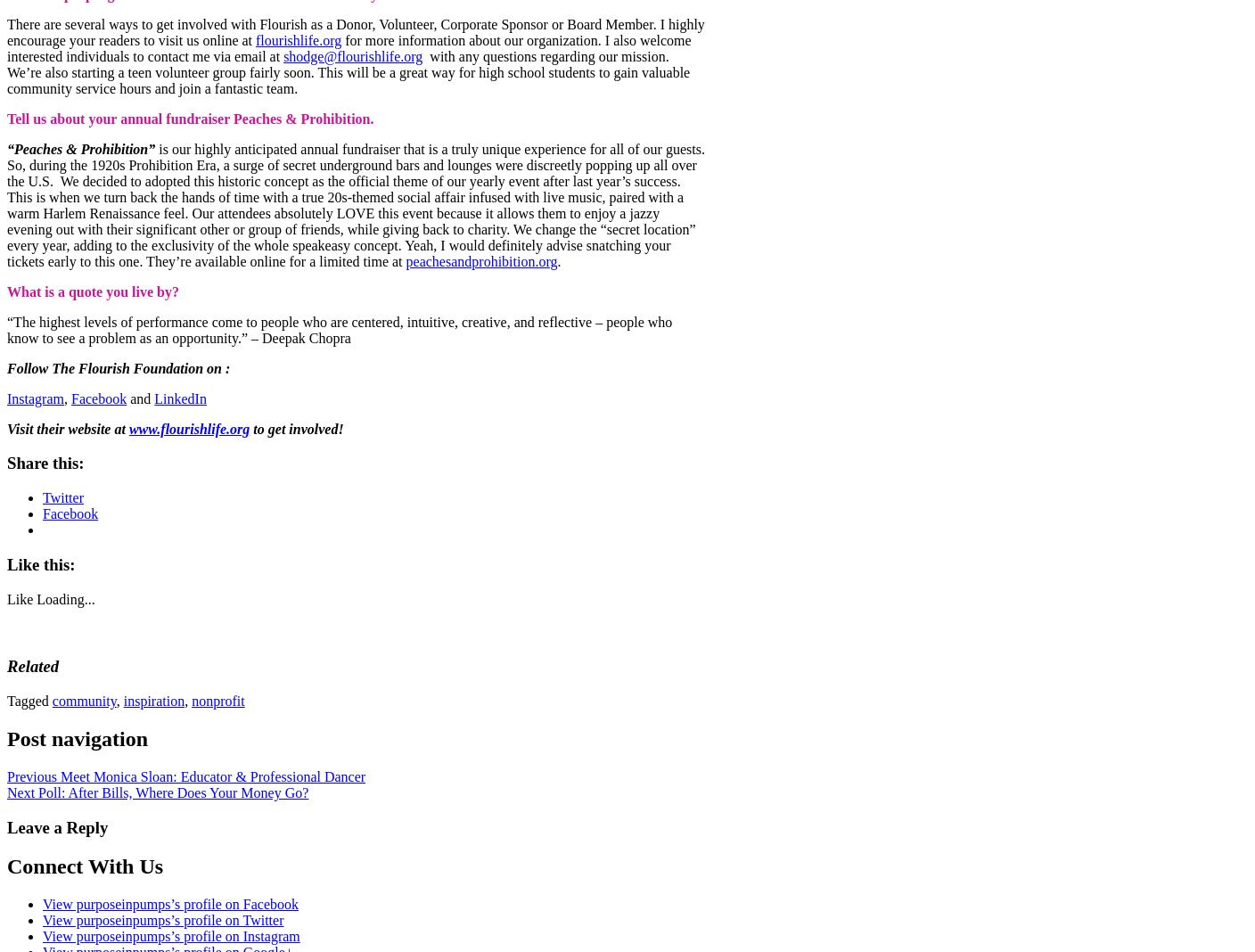  I want to click on 'Poll: After Bills, Where Does Your Money Go?', so click(170, 791).